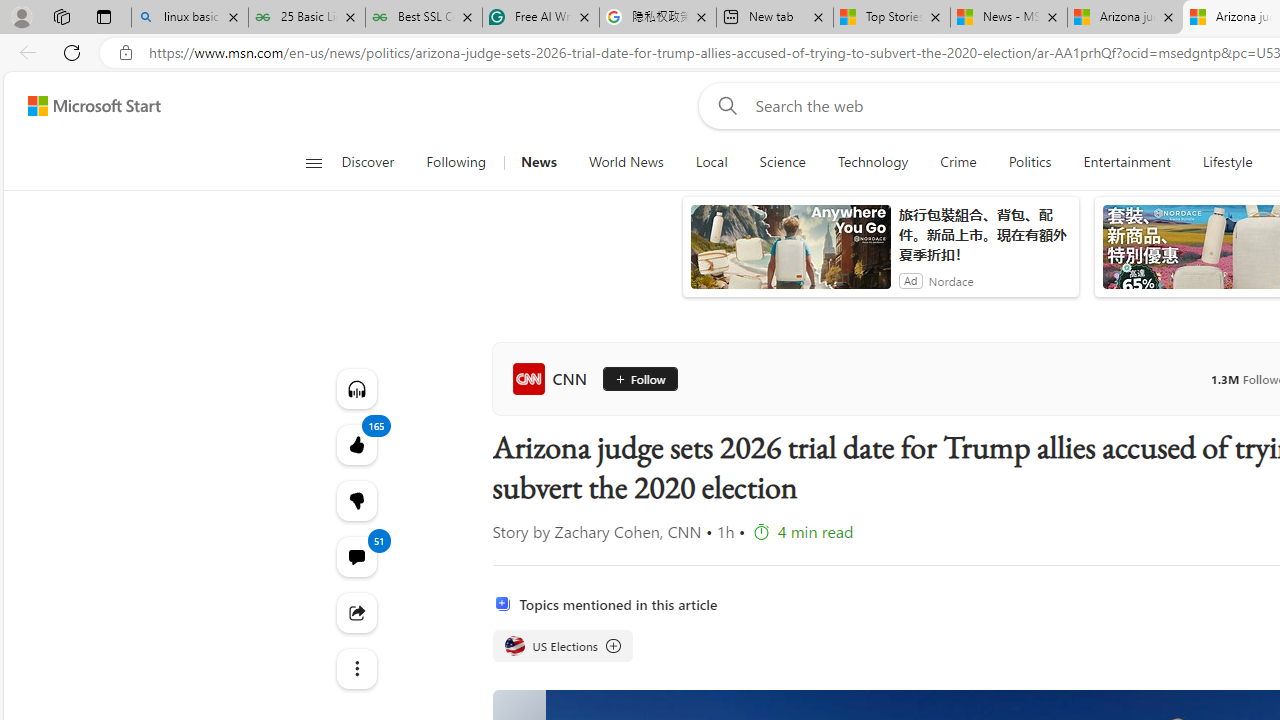 The width and height of the screenshot is (1280, 720). What do you see at coordinates (1226, 162) in the screenshot?
I see `'Lifestyle'` at bounding box center [1226, 162].